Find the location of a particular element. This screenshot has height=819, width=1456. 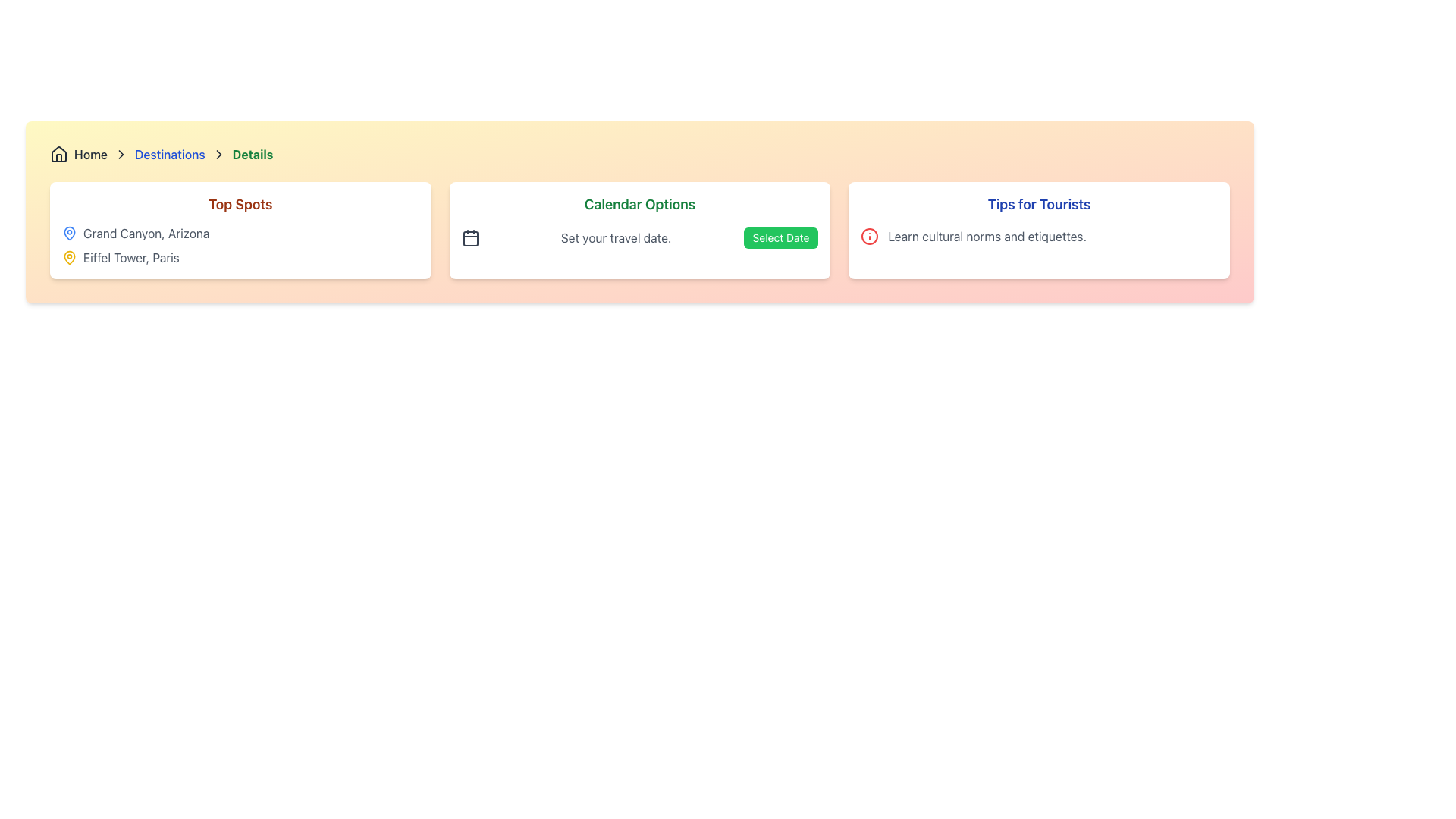

the text segment 'Learn cultural norms and etiquettes.' with an accompanying red information icon, located in the lower section of the 'Tips for Tourists' card is located at coordinates (1038, 237).